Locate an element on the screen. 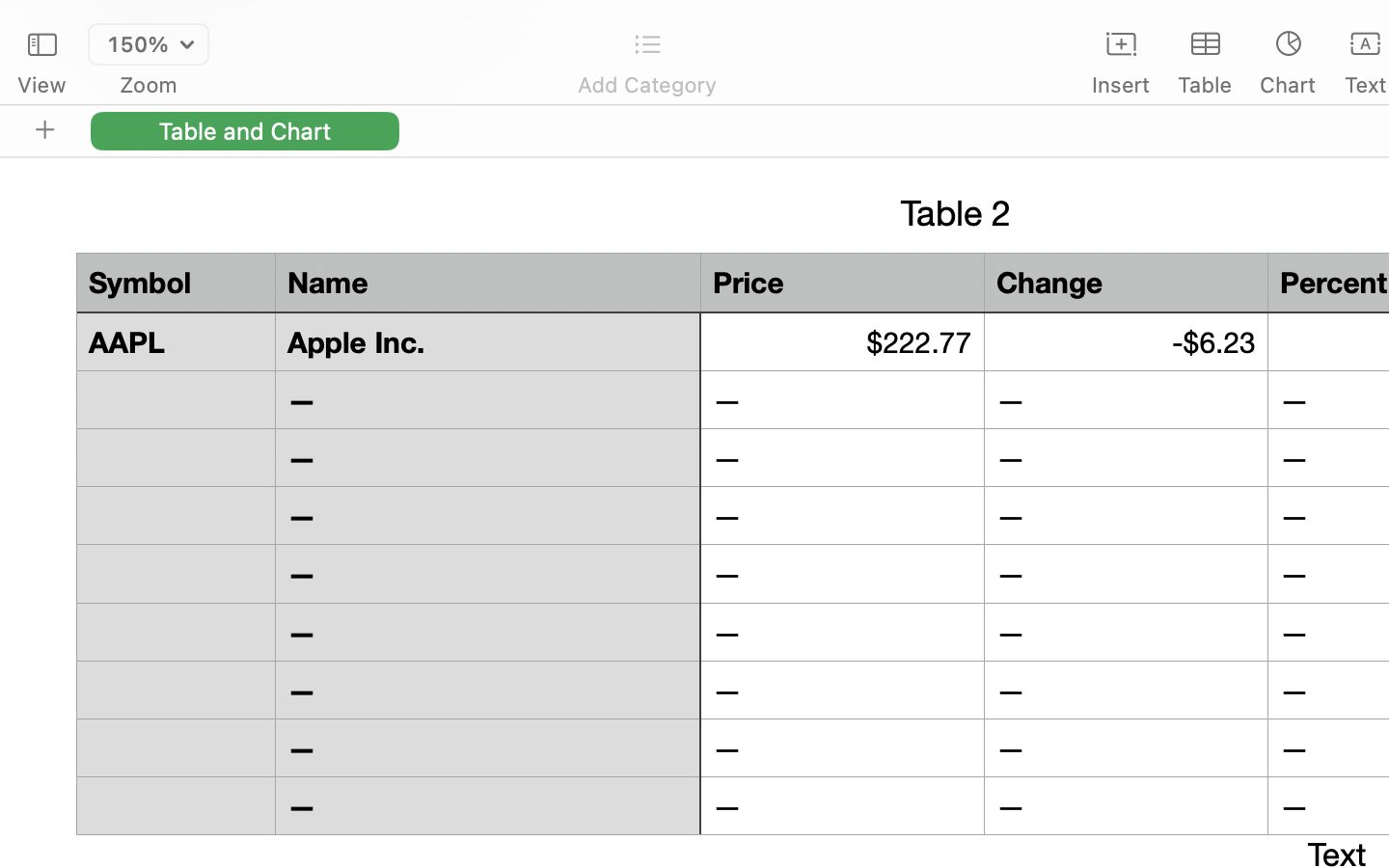  'View' is located at coordinates (41, 84).